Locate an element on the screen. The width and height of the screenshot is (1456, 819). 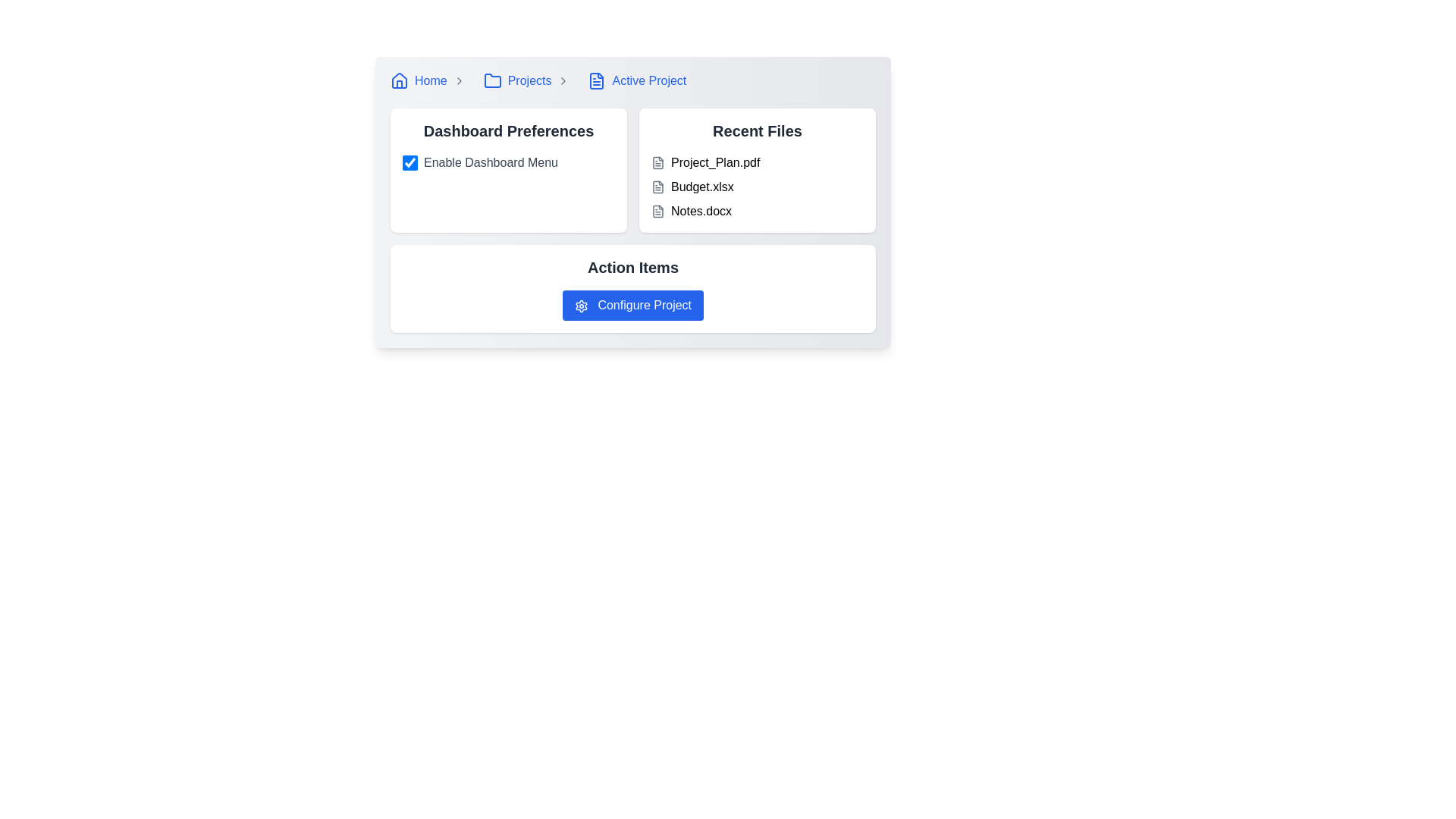
a specific file name or icon in the 'Recent Files' section of the List containing file entries is located at coordinates (757, 170).